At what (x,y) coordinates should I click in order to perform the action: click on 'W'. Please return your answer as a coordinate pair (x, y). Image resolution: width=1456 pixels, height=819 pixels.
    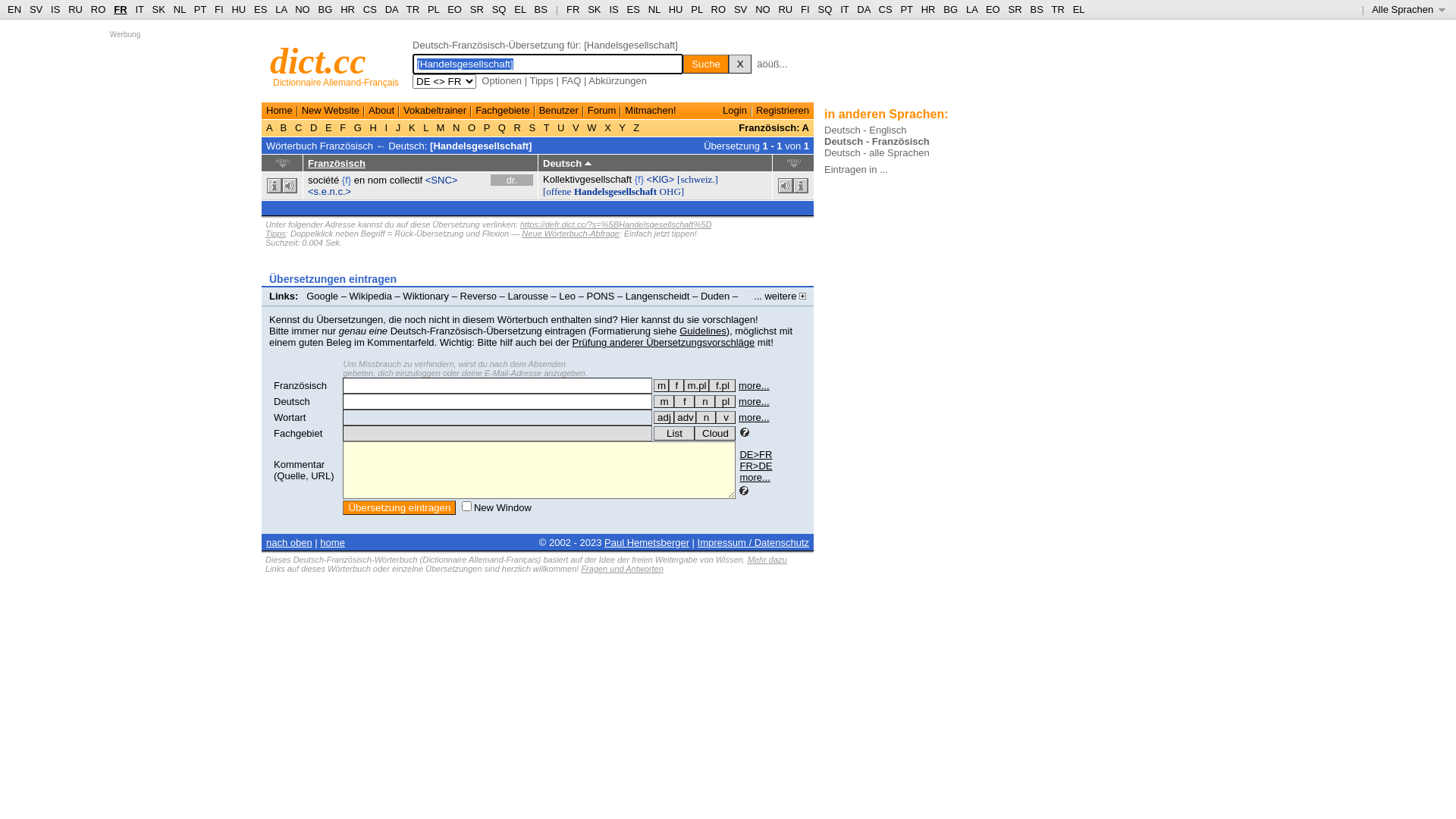
    Looking at the image, I should click on (584, 127).